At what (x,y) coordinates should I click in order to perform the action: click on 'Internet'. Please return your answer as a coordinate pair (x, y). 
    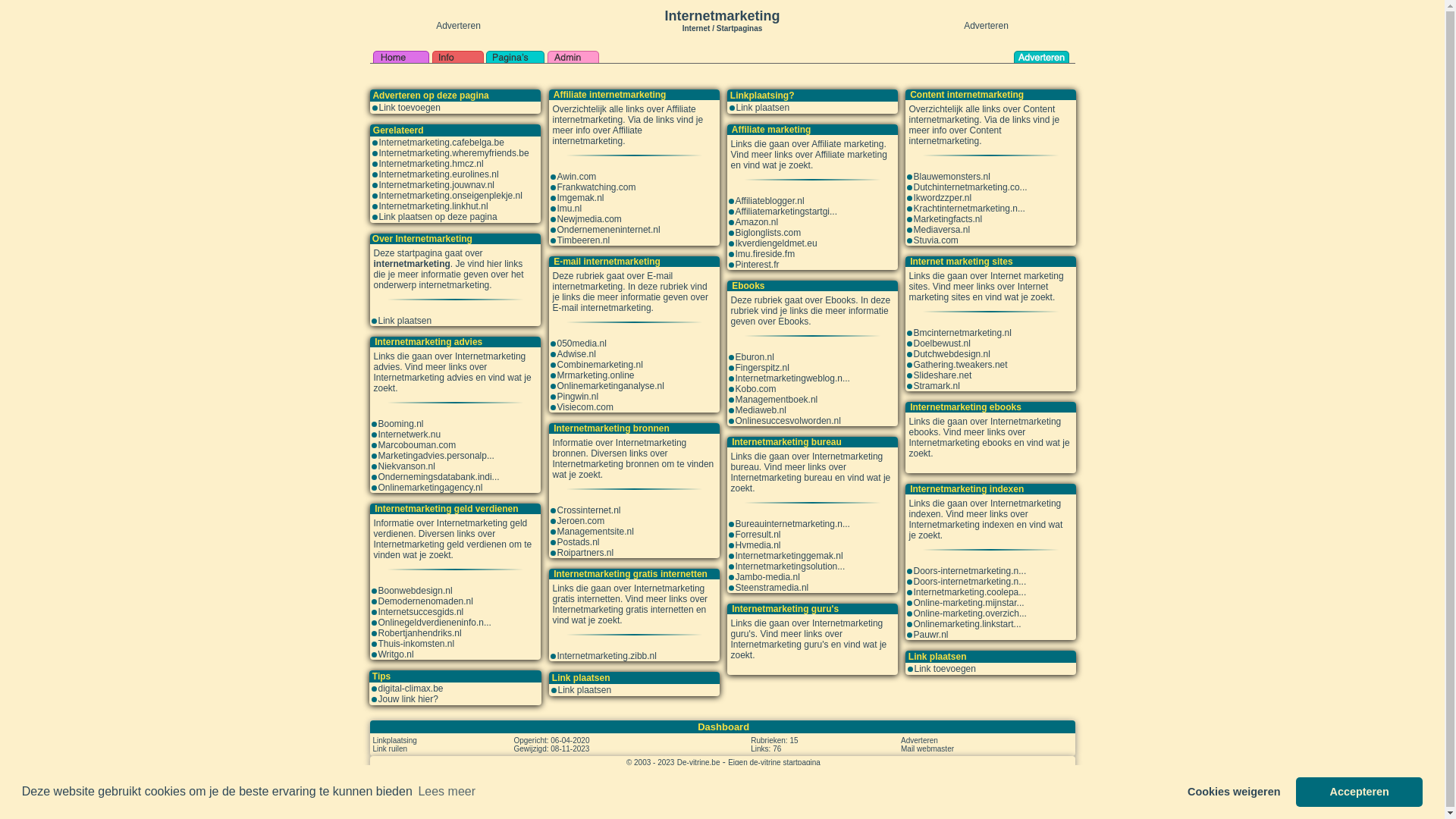
    Looking at the image, I should click on (682, 26).